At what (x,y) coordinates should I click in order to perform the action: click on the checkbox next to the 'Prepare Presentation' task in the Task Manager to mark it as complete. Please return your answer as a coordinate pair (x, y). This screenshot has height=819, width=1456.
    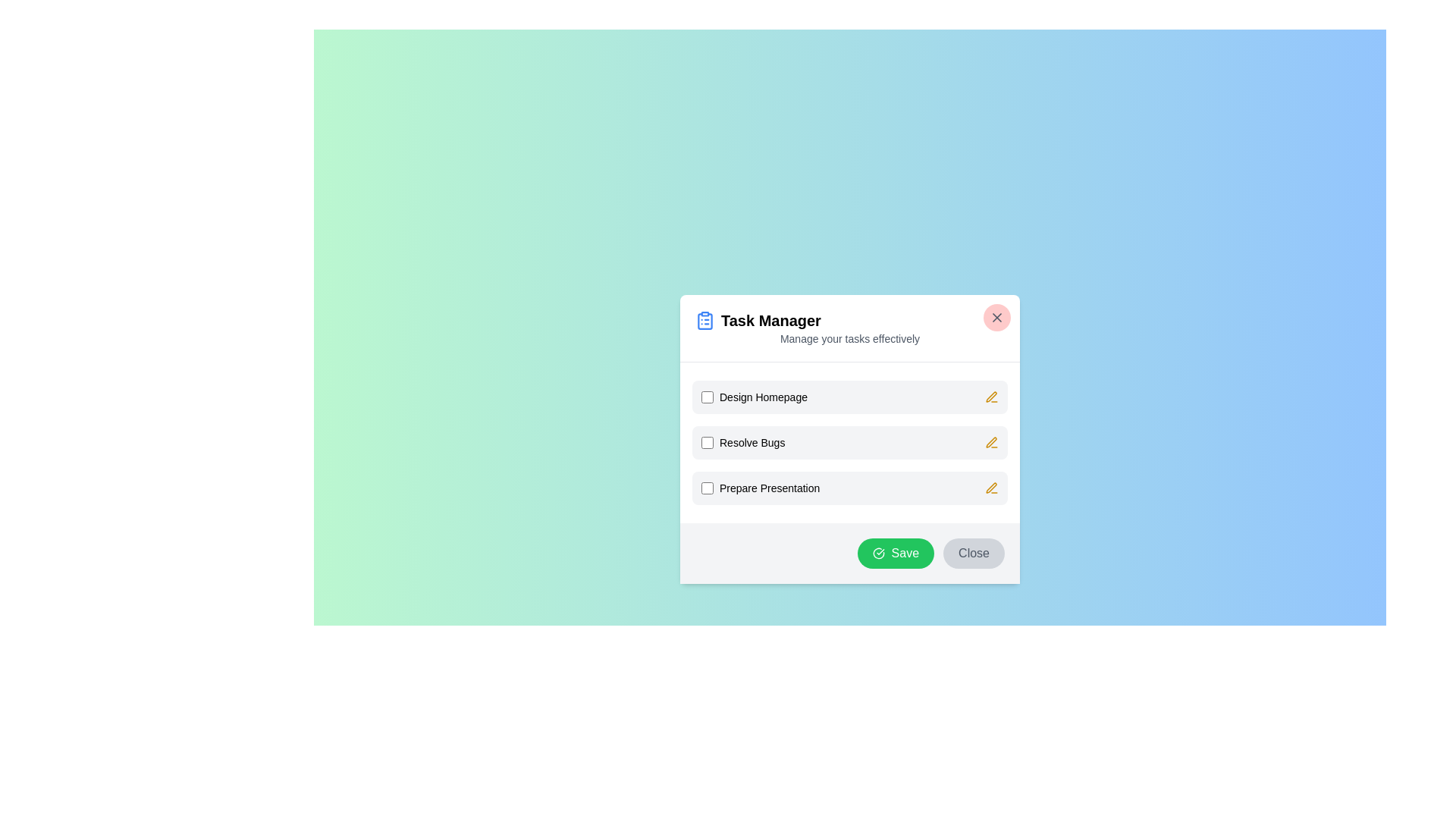
    Looking at the image, I should click on (761, 488).